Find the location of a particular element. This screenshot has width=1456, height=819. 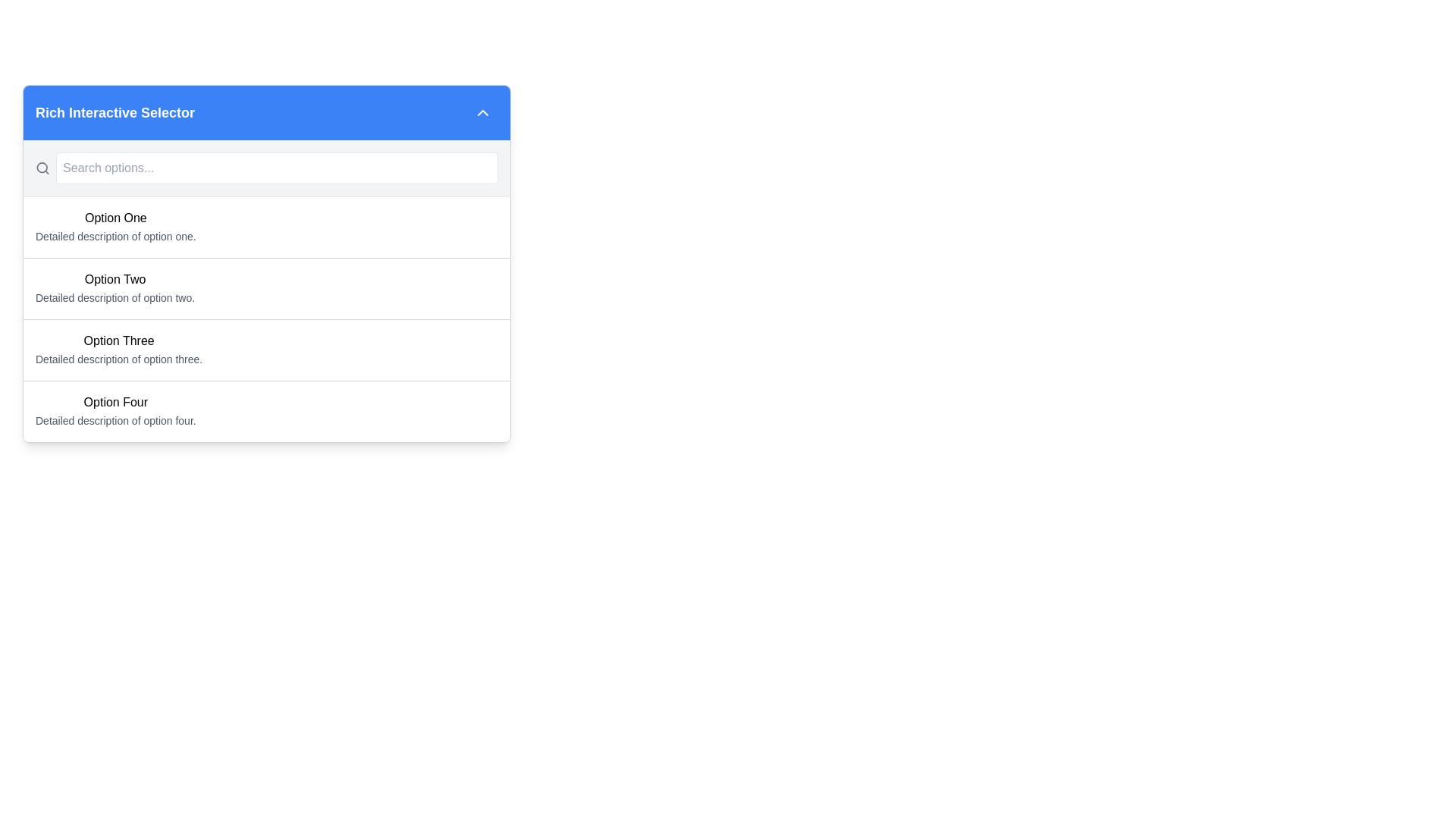

small gray text that reads 'Detailed description of option four.' located beneath the title 'Option Four' in the fourth row of the list is located at coordinates (115, 421).